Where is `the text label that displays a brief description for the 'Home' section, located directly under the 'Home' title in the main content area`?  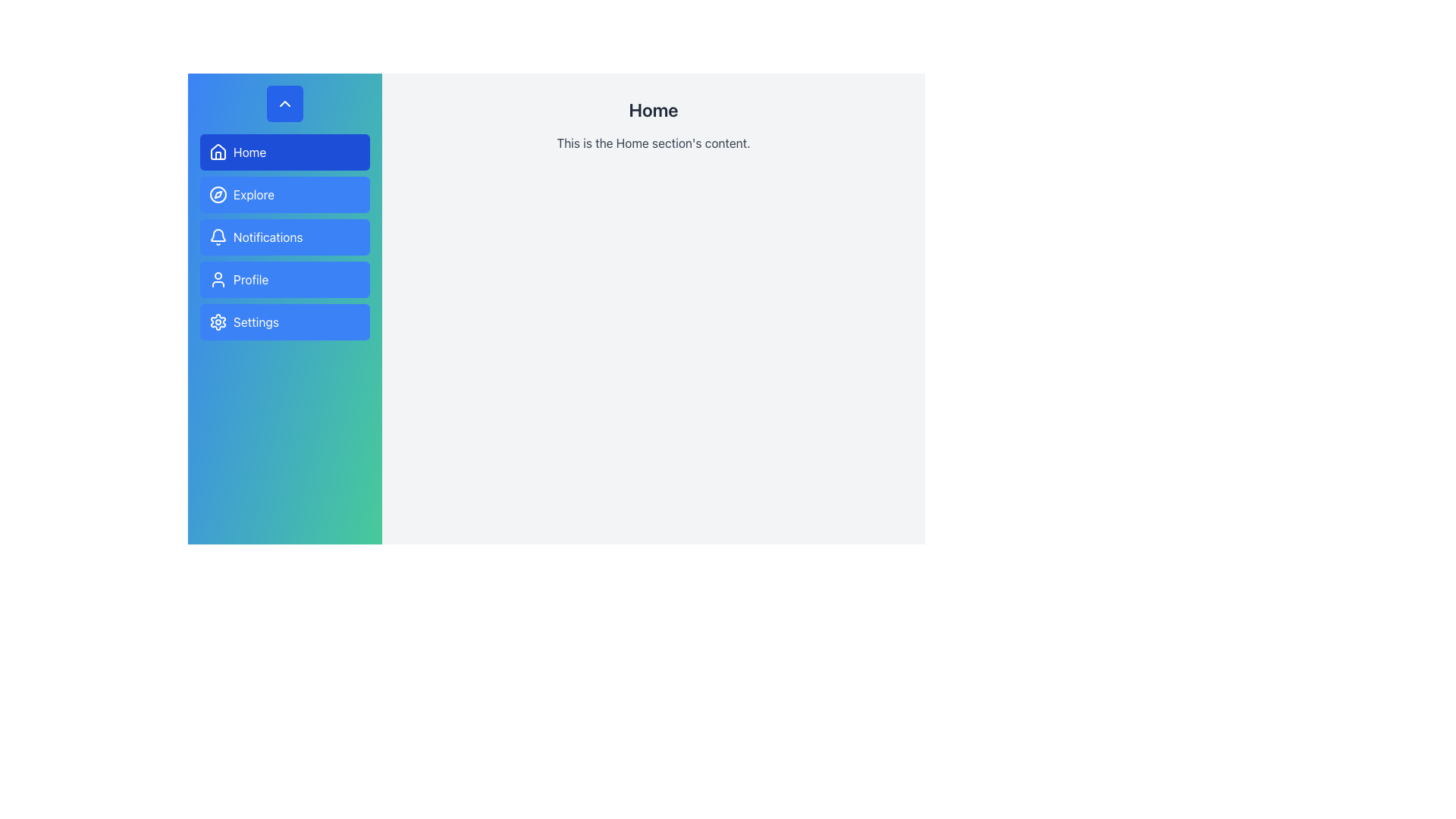 the text label that displays a brief description for the 'Home' section, located directly under the 'Home' title in the main content area is located at coordinates (654, 143).